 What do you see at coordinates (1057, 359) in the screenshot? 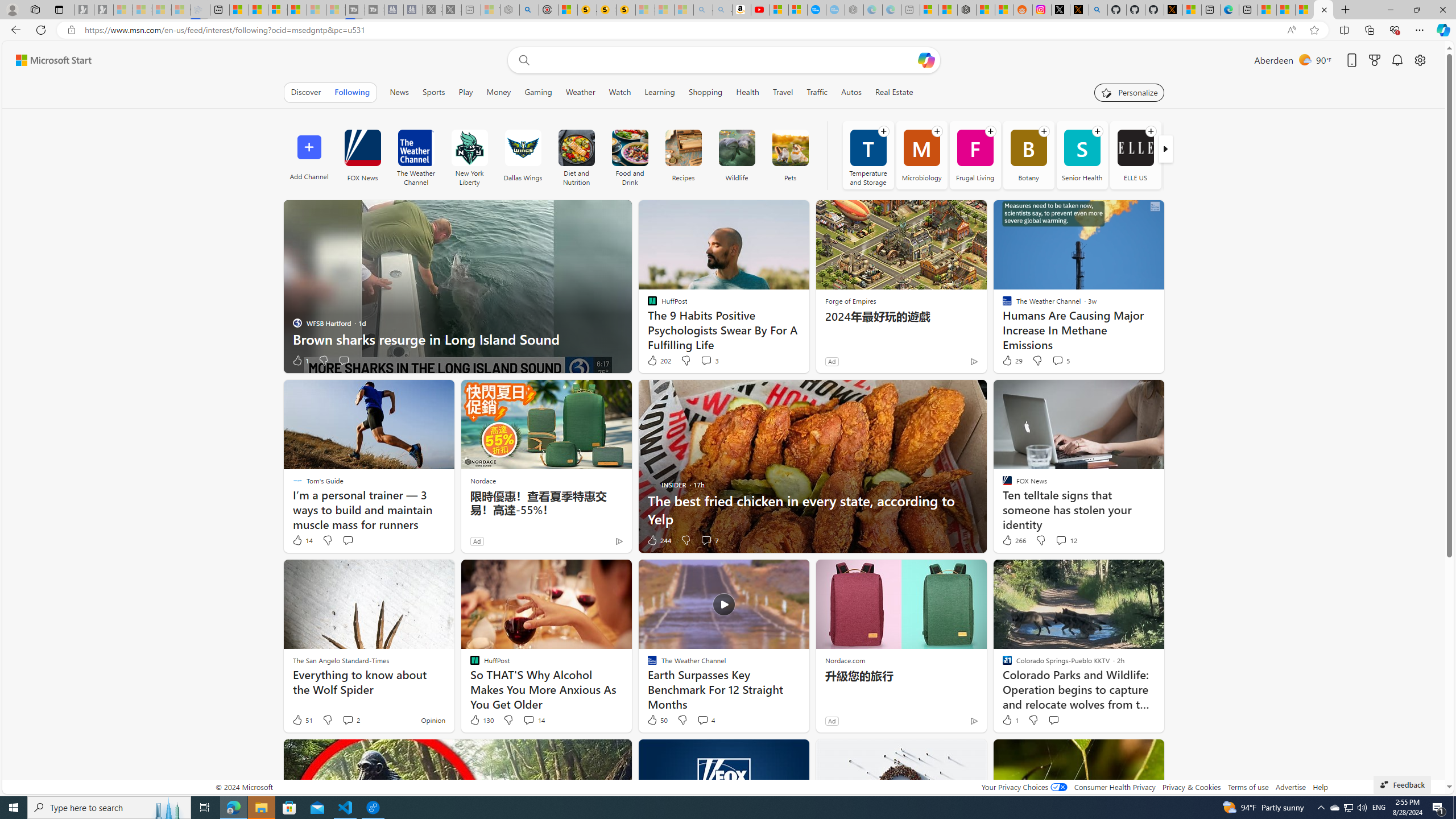
I see `'View comments 5 Comment'` at bounding box center [1057, 359].